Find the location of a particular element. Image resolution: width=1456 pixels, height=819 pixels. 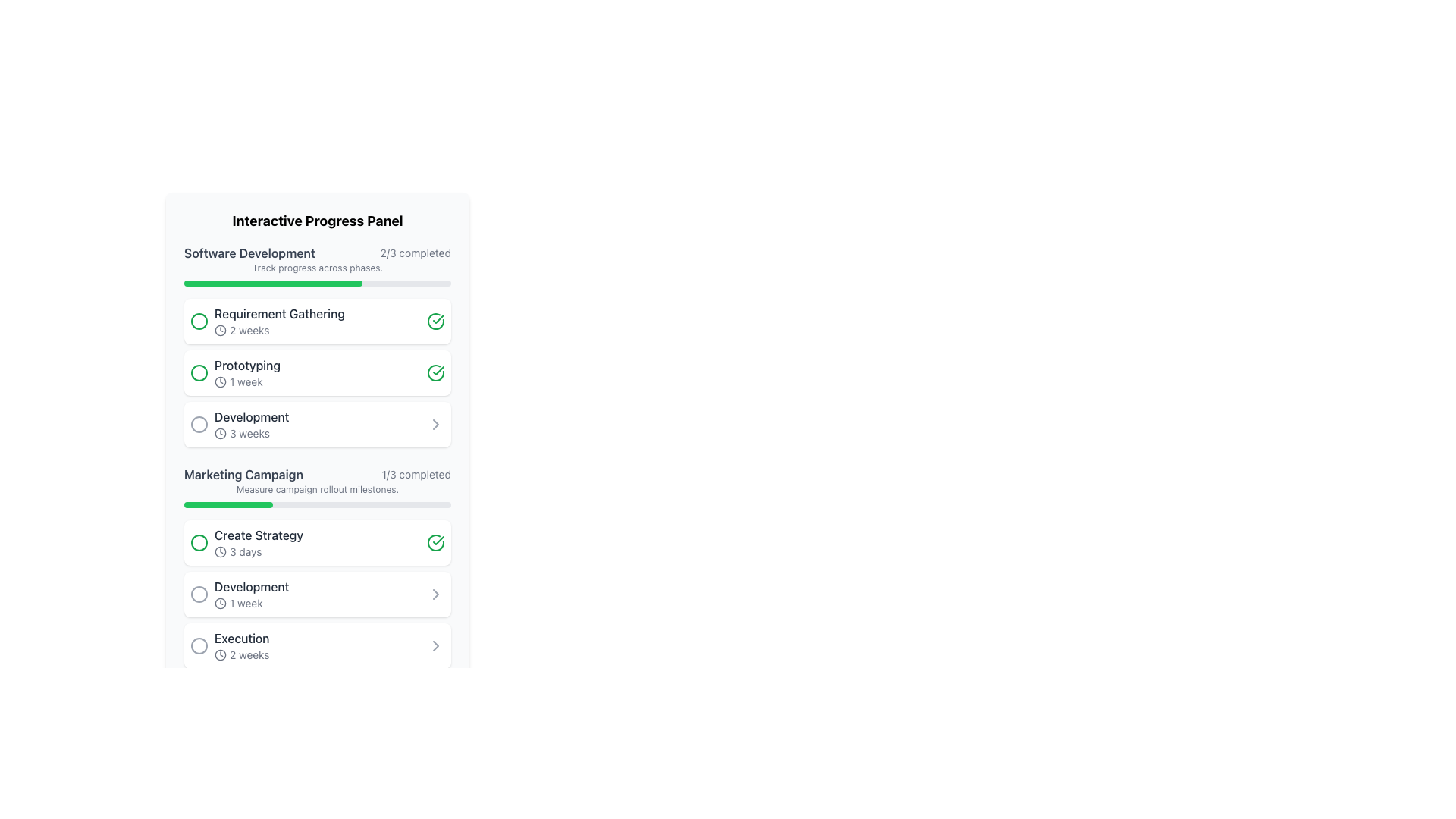

the Task Entry labeled 'Execution' with an estimated duration of '2 weeks' within the Marketing Campaign section of the interactive progress panel is located at coordinates (228, 646).